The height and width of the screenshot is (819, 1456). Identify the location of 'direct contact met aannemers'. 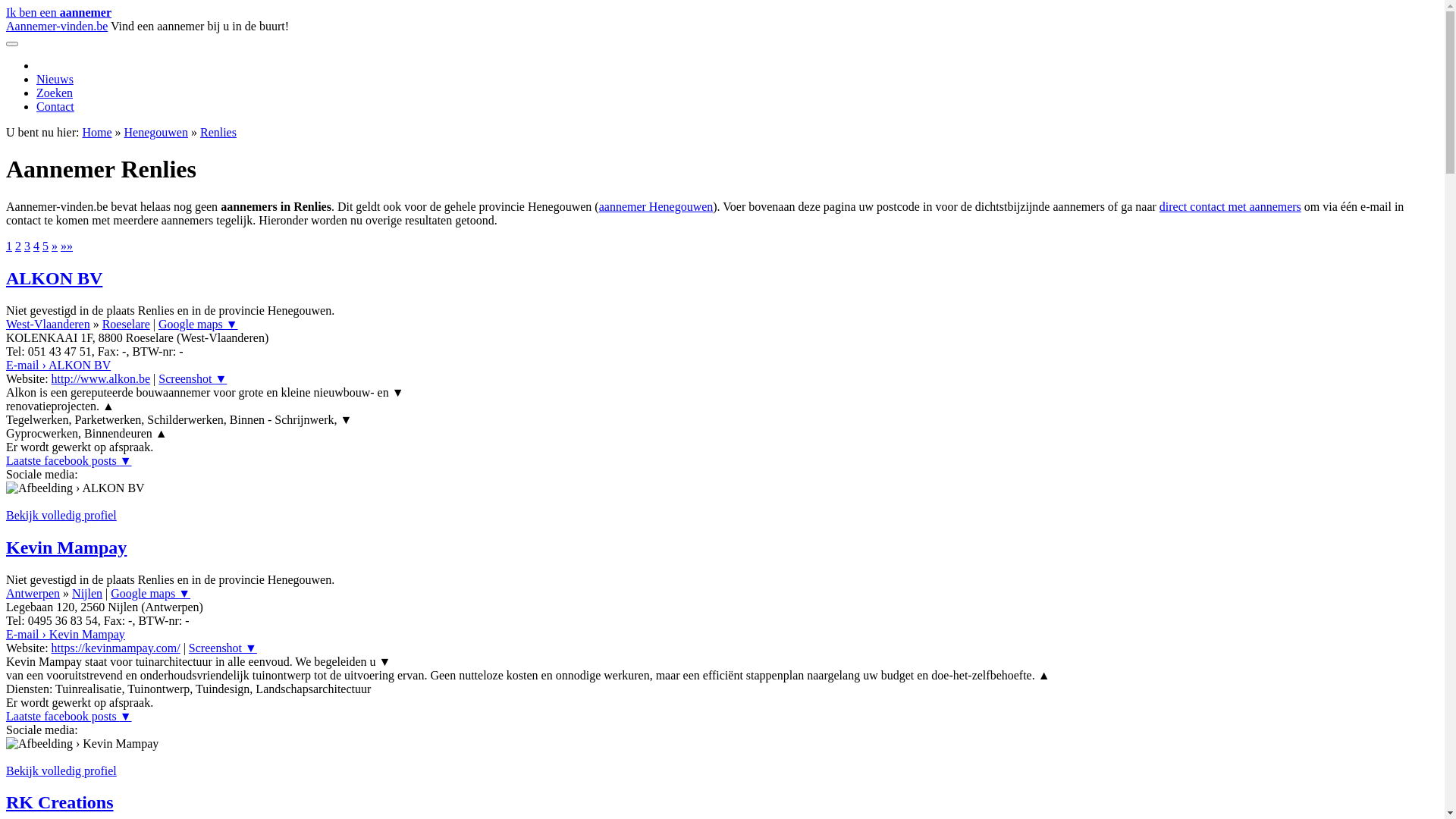
(1230, 206).